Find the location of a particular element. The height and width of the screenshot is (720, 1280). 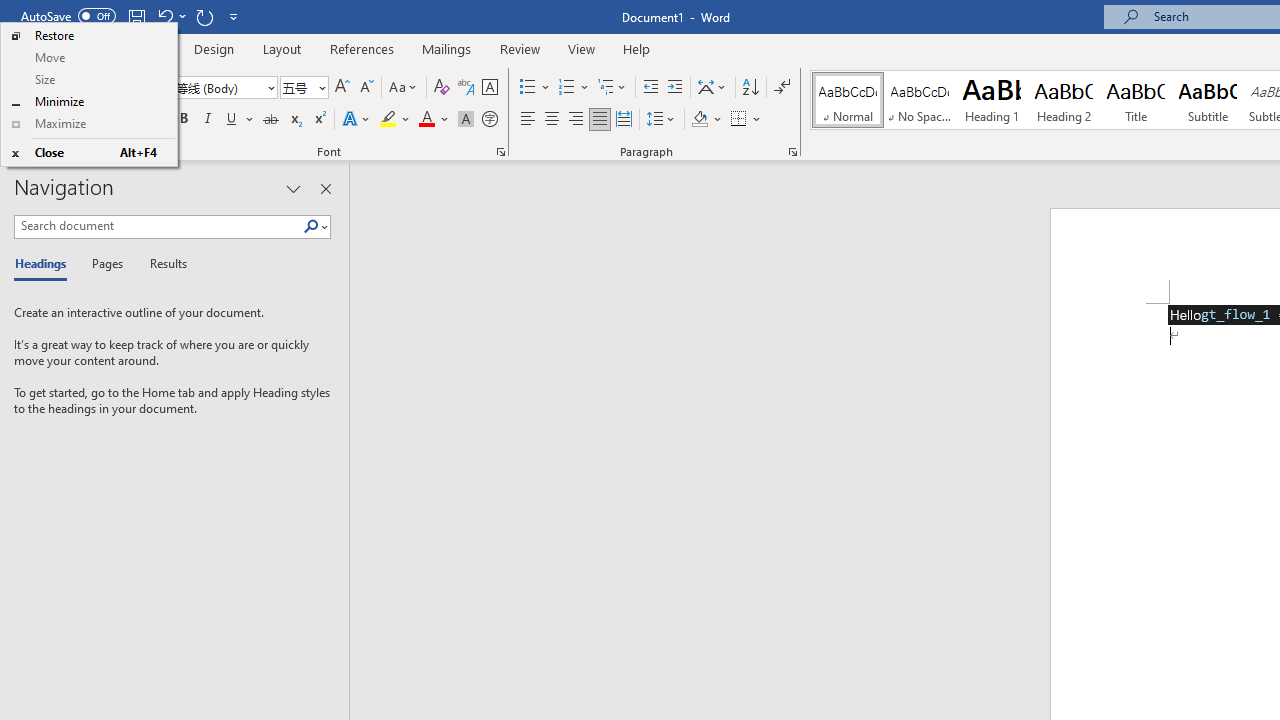

'Repeat Paste' is located at coordinates (204, 16).